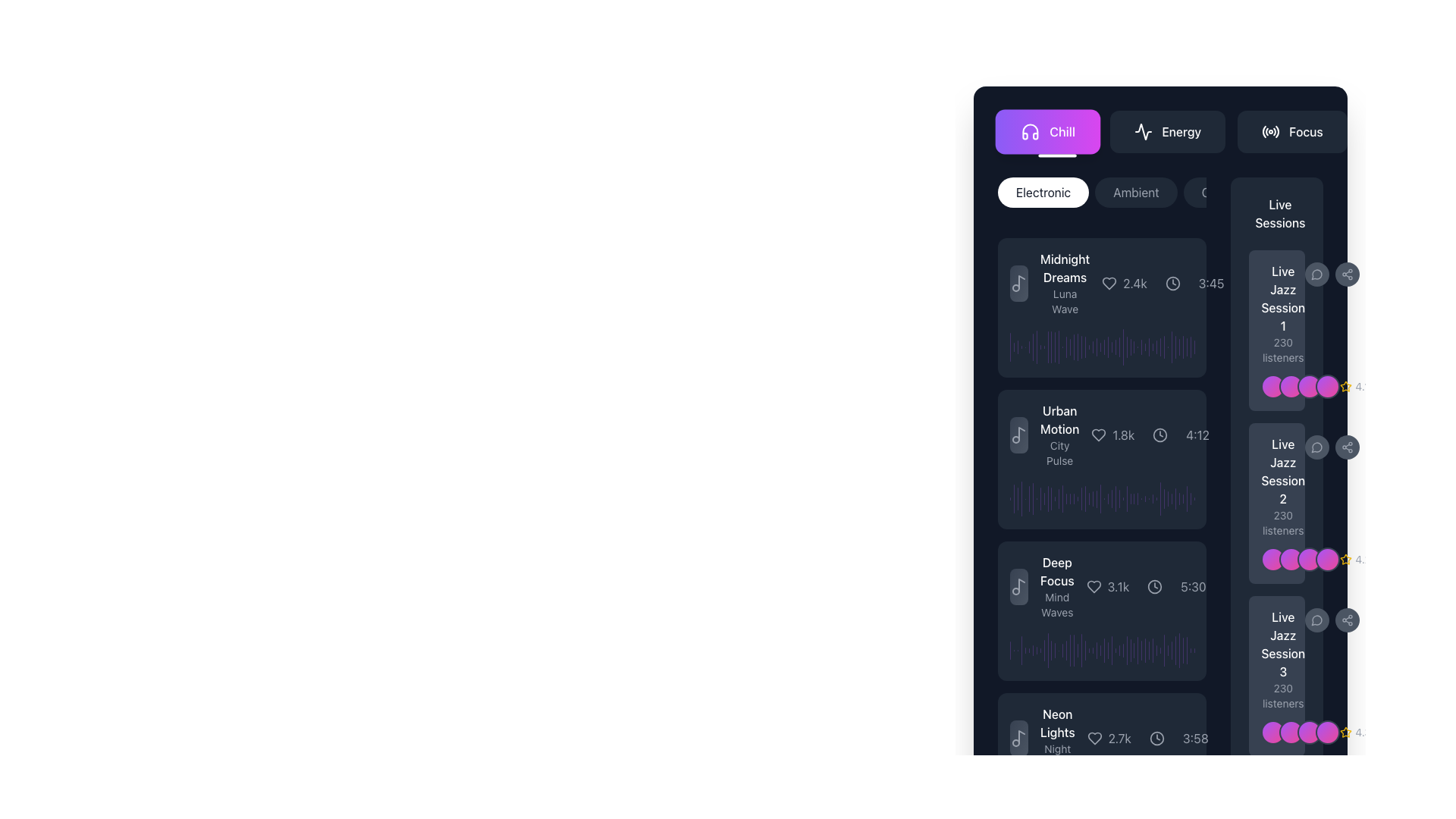  I want to click on the visual details of the purple translucent vertical bar, which is part of a group of similar elements in the music player's progress visualization, so click(1043, 649).